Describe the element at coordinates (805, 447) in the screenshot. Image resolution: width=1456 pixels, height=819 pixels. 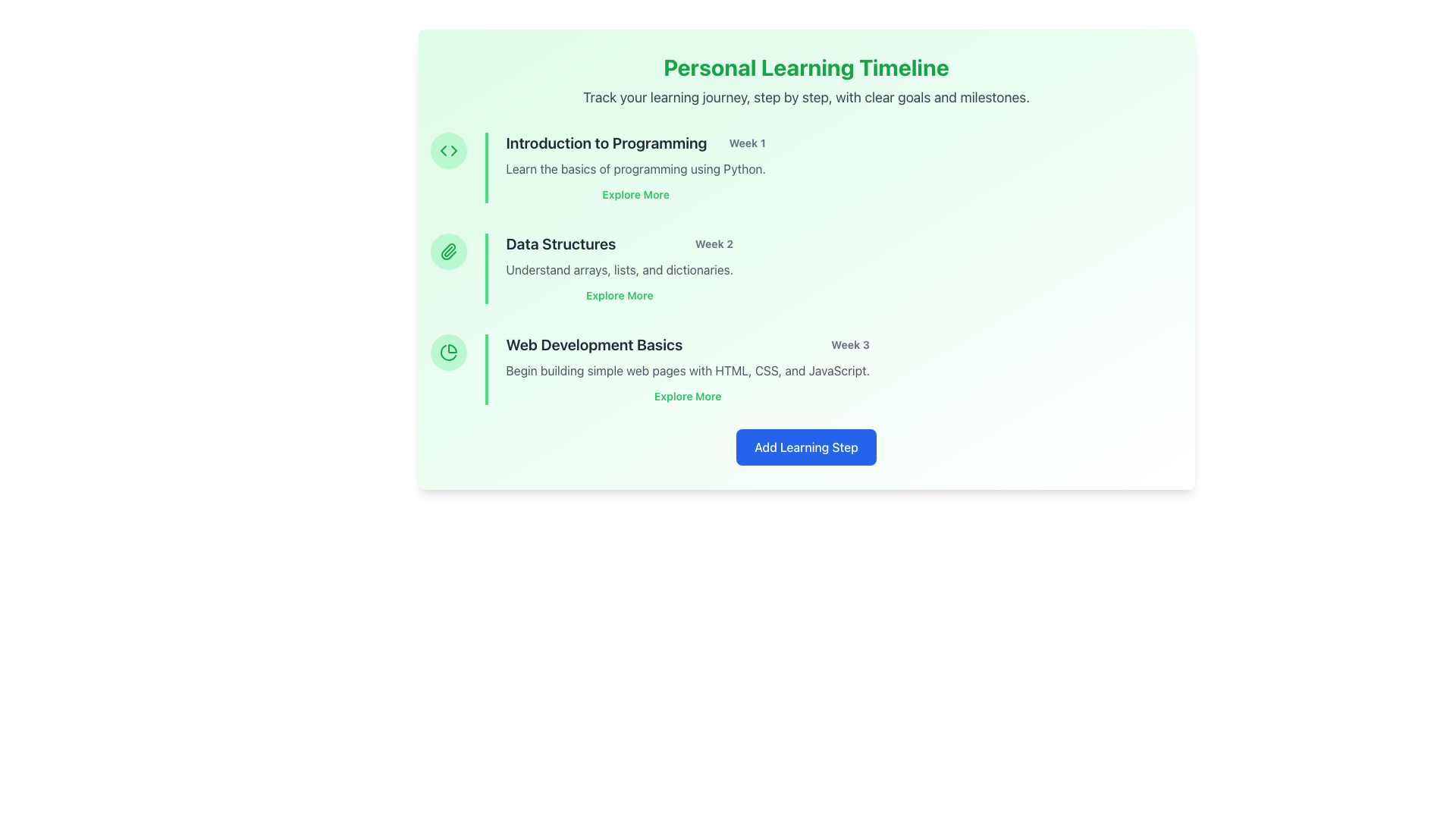
I see `the rectangular button with rounded corners and blue background that reads 'Add Learning Step'` at that location.